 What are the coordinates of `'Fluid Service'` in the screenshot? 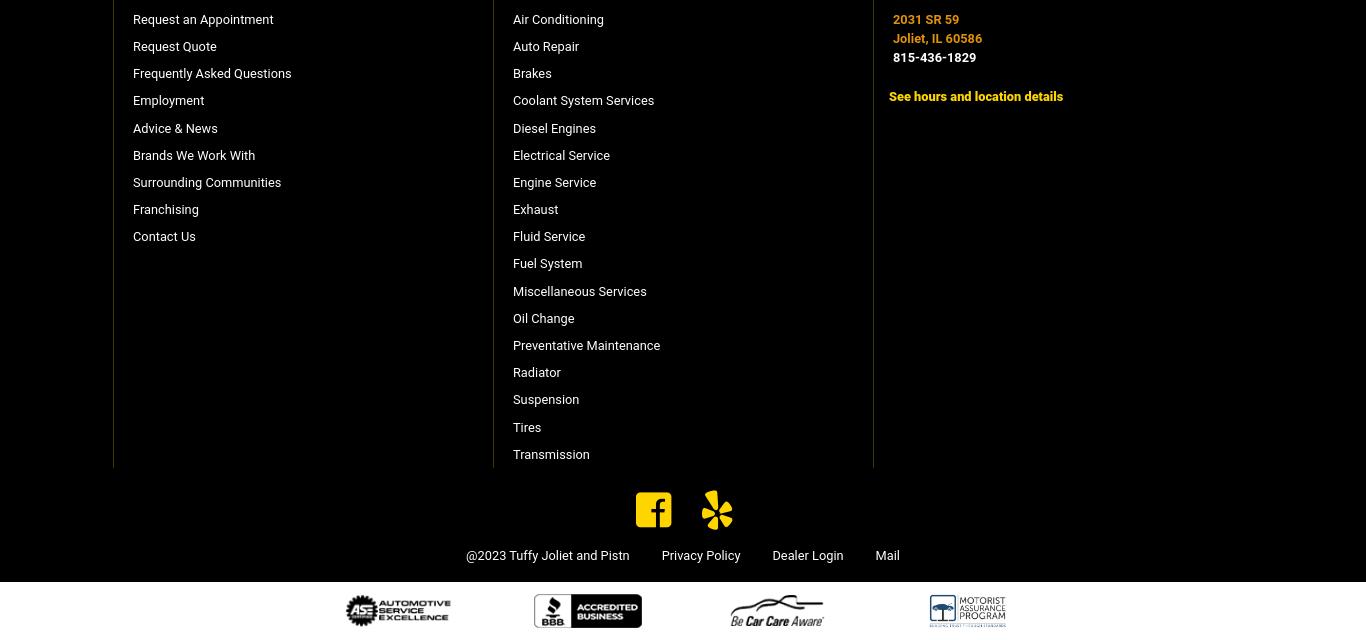 It's located at (548, 236).